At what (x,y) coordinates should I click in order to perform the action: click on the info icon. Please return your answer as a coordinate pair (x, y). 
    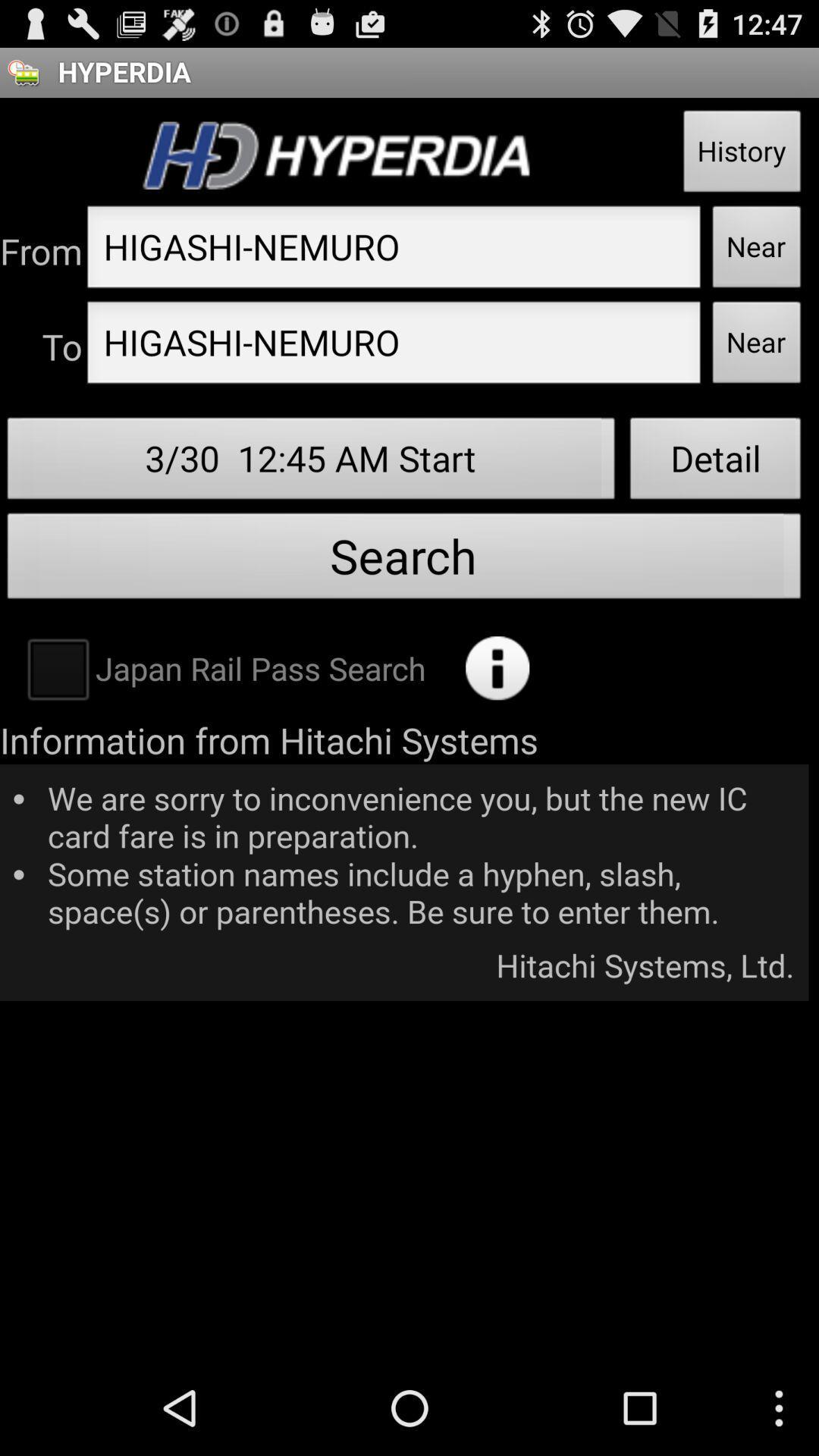
    Looking at the image, I should click on (497, 714).